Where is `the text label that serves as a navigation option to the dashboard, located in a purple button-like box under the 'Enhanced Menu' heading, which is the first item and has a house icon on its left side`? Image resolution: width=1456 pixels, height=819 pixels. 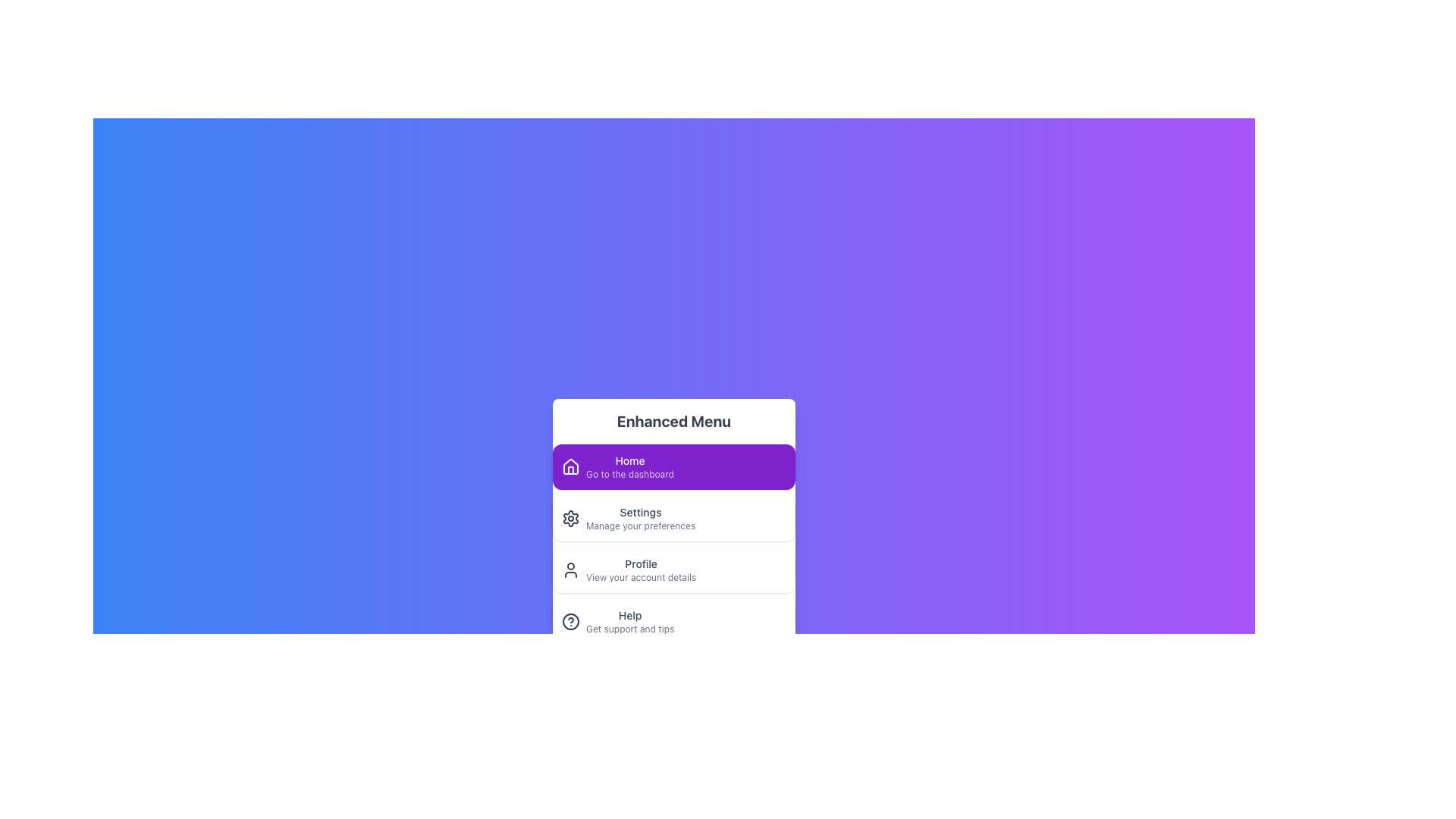
the text label that serves as a navigation option to the dashboard, located in a purple button-like box under the 'Enhanced Menu' heading, which is the first item and has a house icon on its left side is located at coordinates (629, 466).